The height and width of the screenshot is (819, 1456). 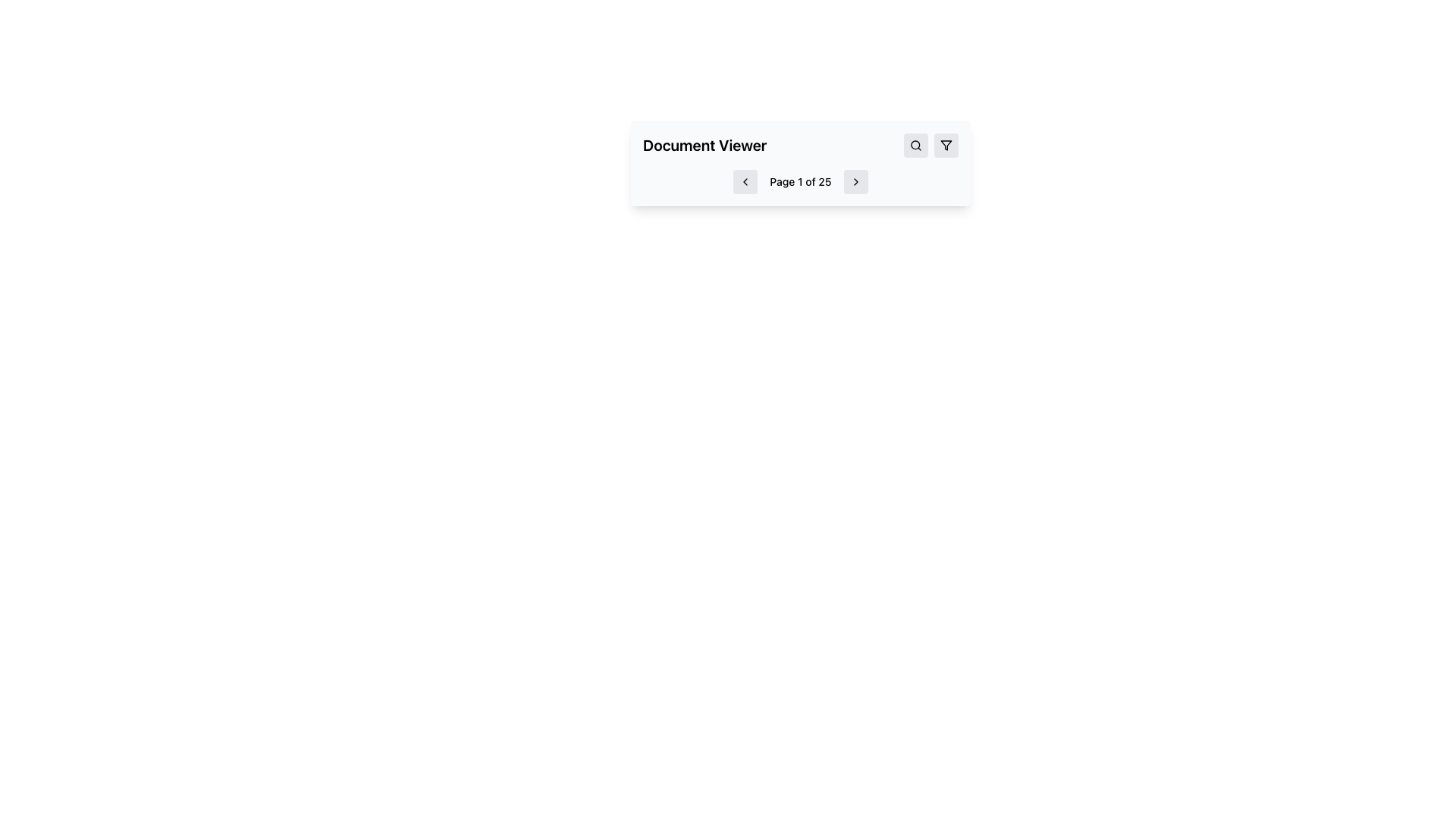 What do you see at coordinates (915, 146) in the screenshot?
I see `the search icon button located in the top-right quadrant of the 'Document Viewer' control panel` at bounding box center [915, 146].